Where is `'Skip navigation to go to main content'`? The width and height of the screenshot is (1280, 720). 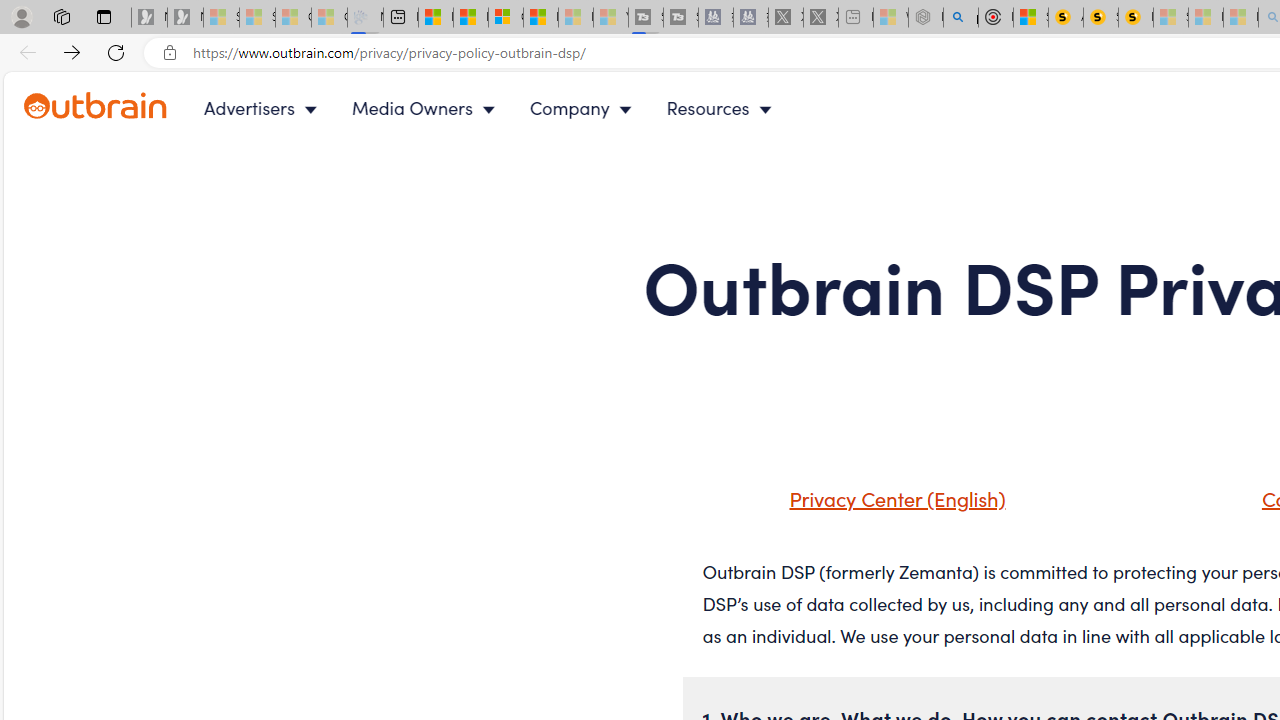
'Skip navigation to go to main content' is located at coordinates (60, 82).